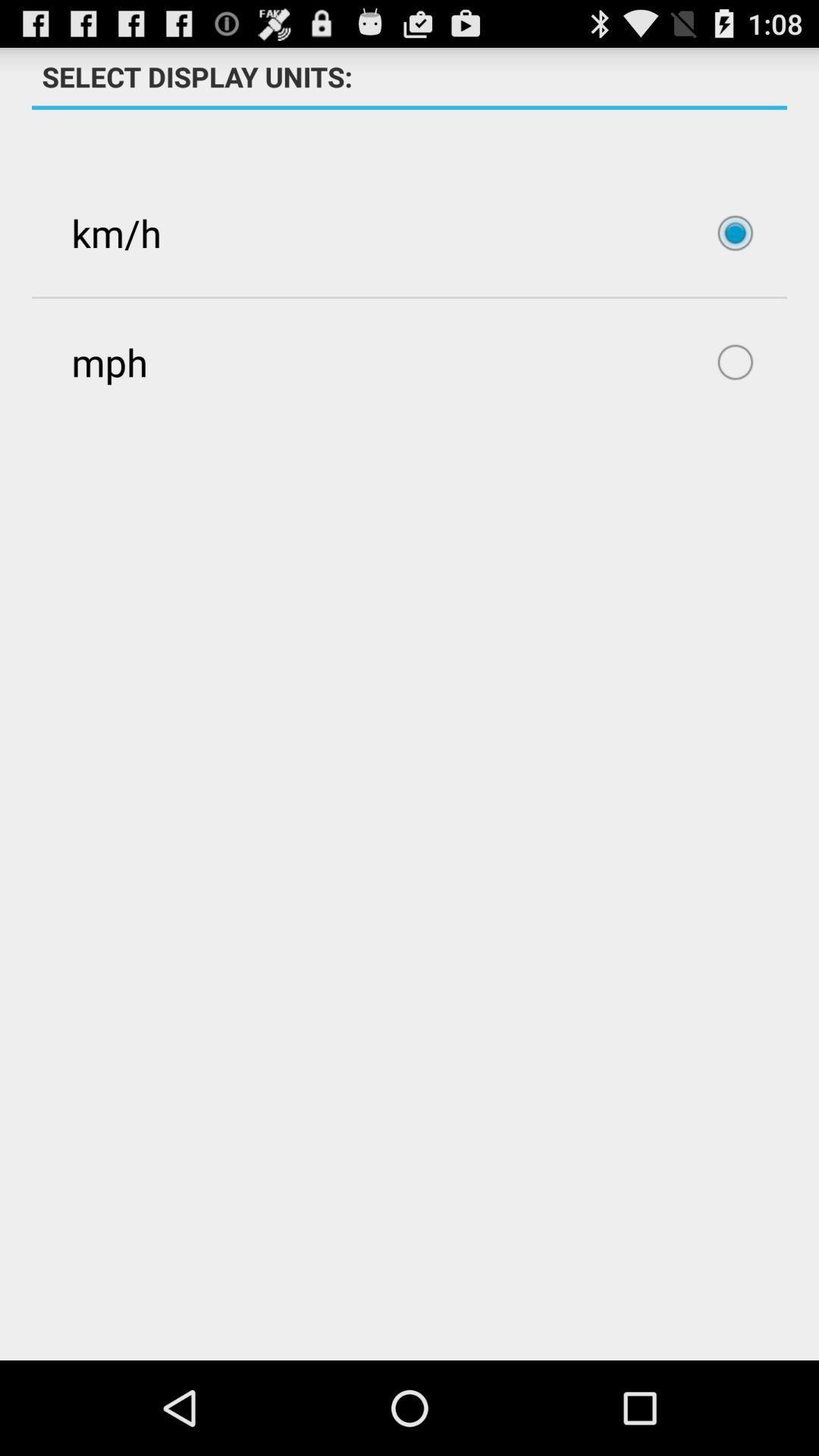 The height and width of the screenshot is (1456, 819). I want to click on icon below the km/h item, so click(409, 361).